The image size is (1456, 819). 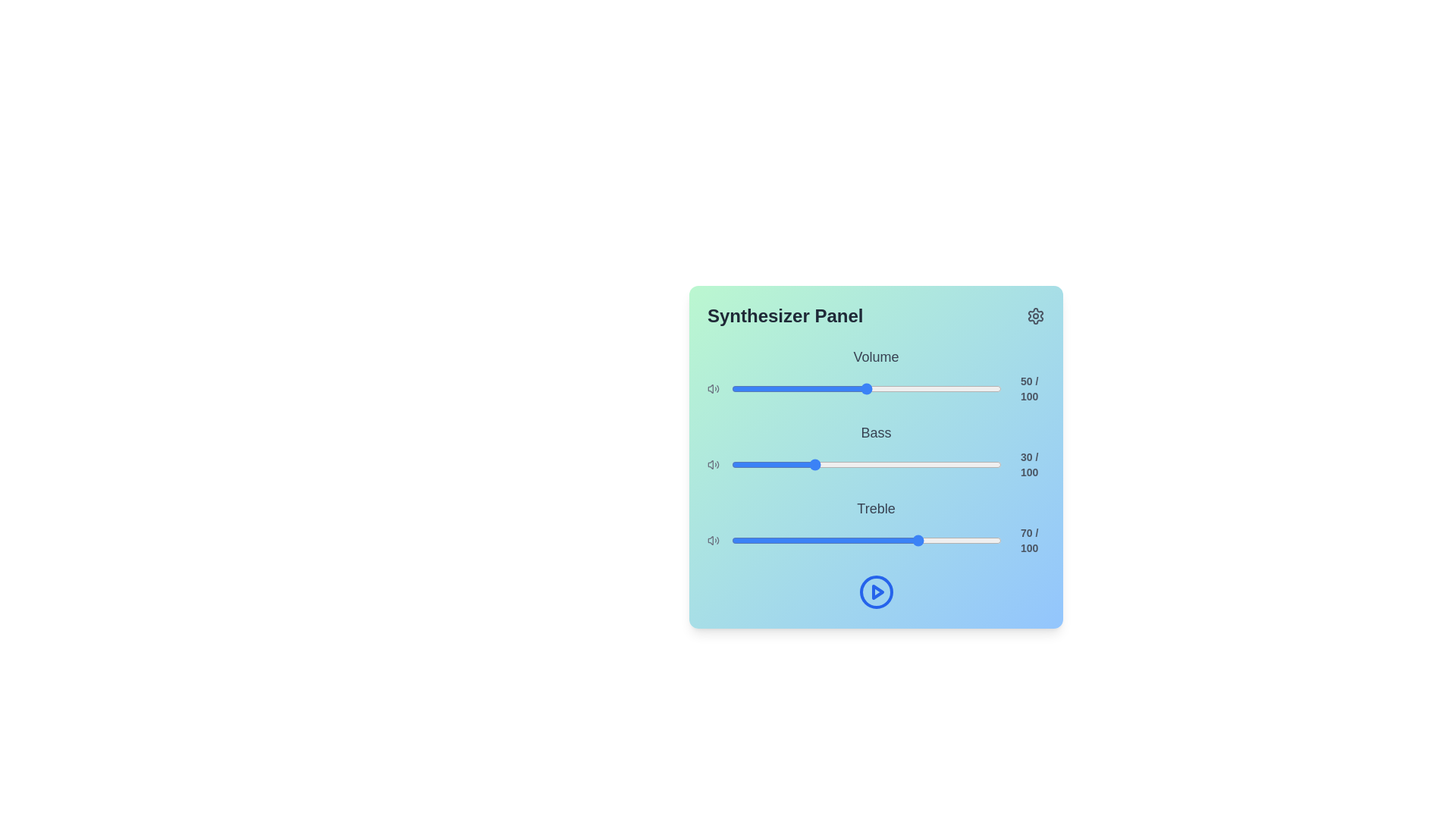 What do you see at coordinates (769, 388) in the screenshot?
I see `the volume slider to set the sound level to 14%` at bounding box center [769, 388].